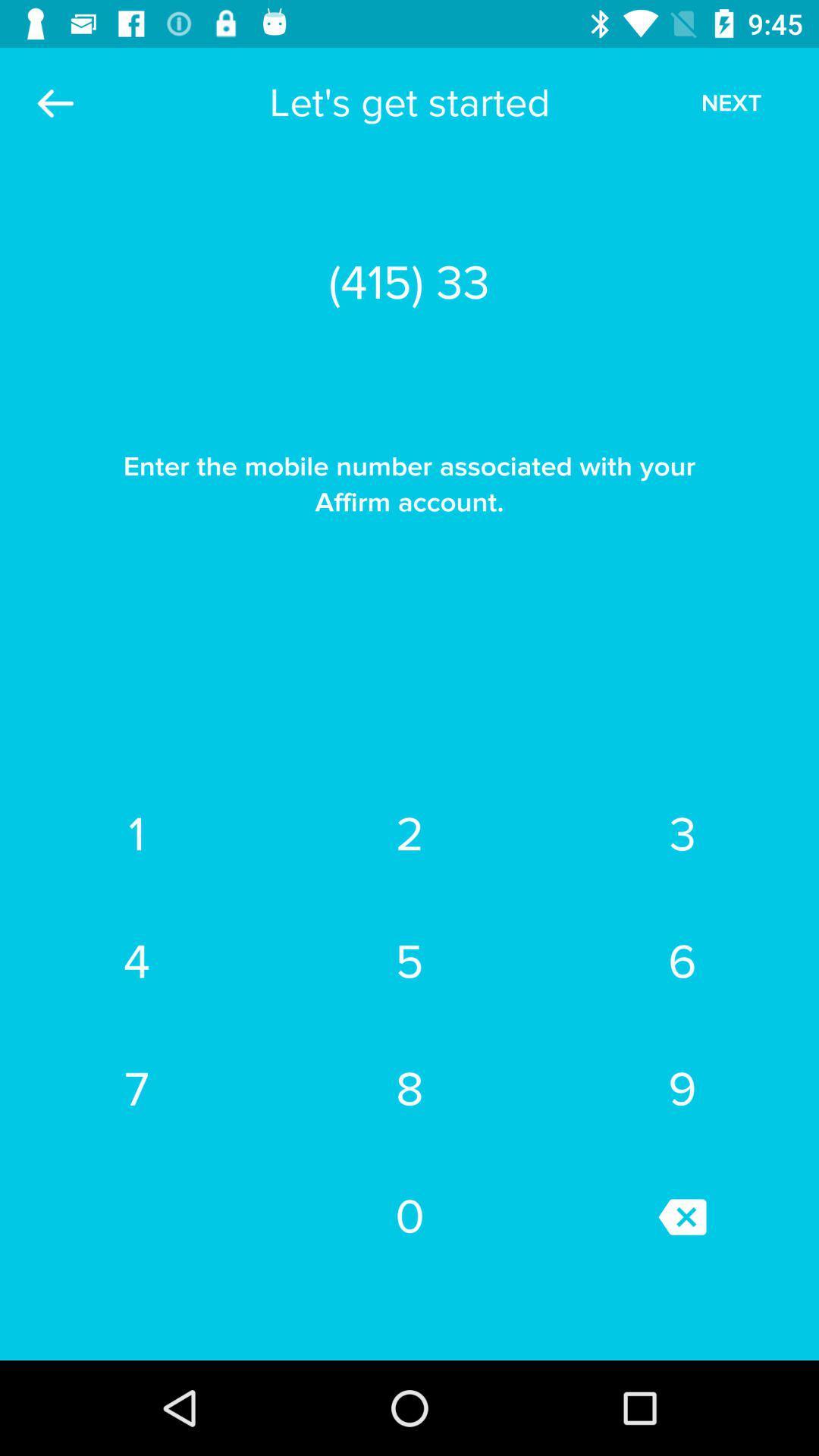 This screenshot has height=1456, width=819. Describe the element at coordinates (136, 1088) in the screenshot. I see `item at the bottom left corner` at that location.